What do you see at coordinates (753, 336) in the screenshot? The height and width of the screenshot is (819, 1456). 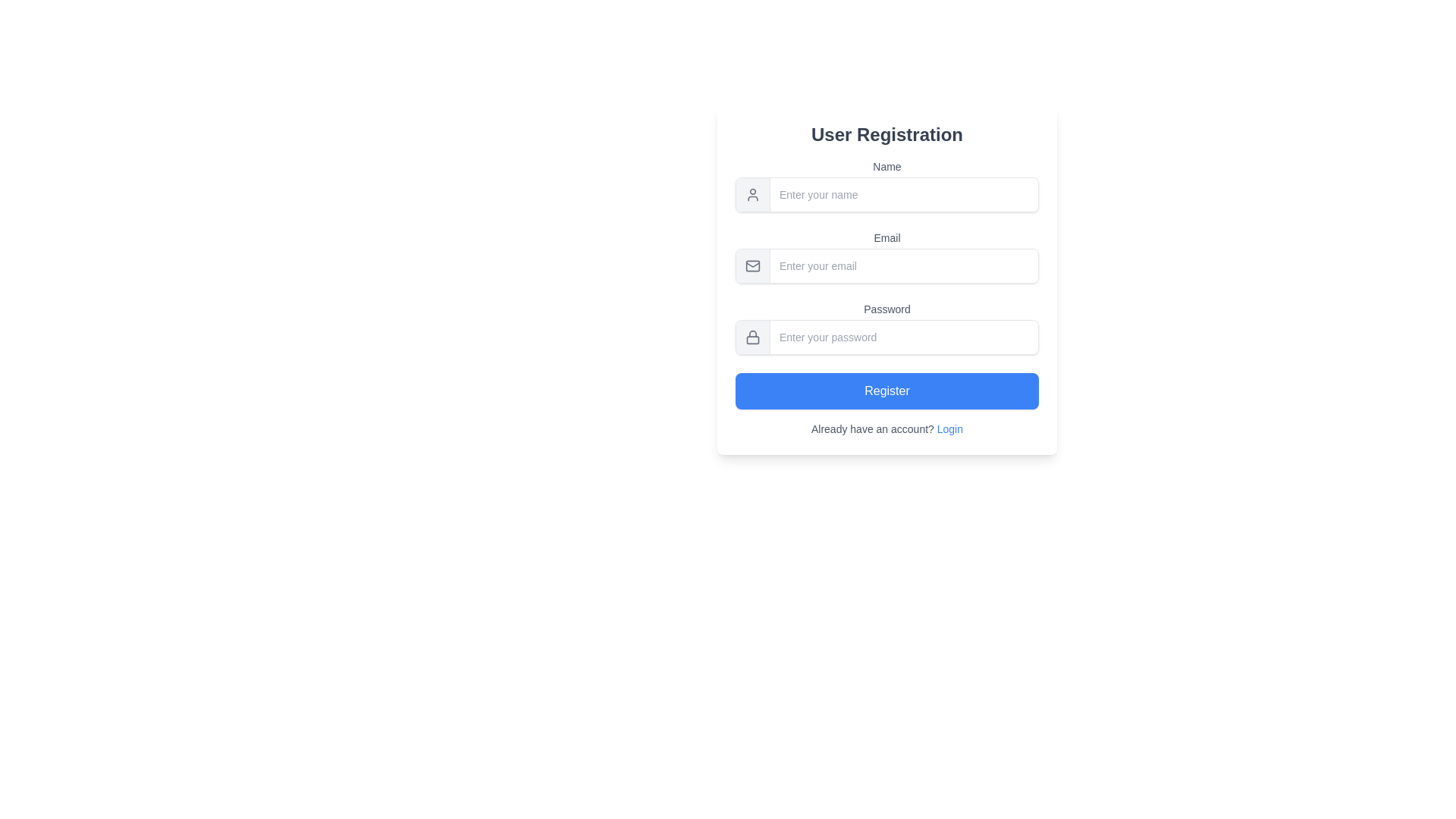 I see `the lock icon styled with a gray color and rounded edges, which indicates security or password input, positioned within the password input field adjacent to it` at bounding box center [753, 336].